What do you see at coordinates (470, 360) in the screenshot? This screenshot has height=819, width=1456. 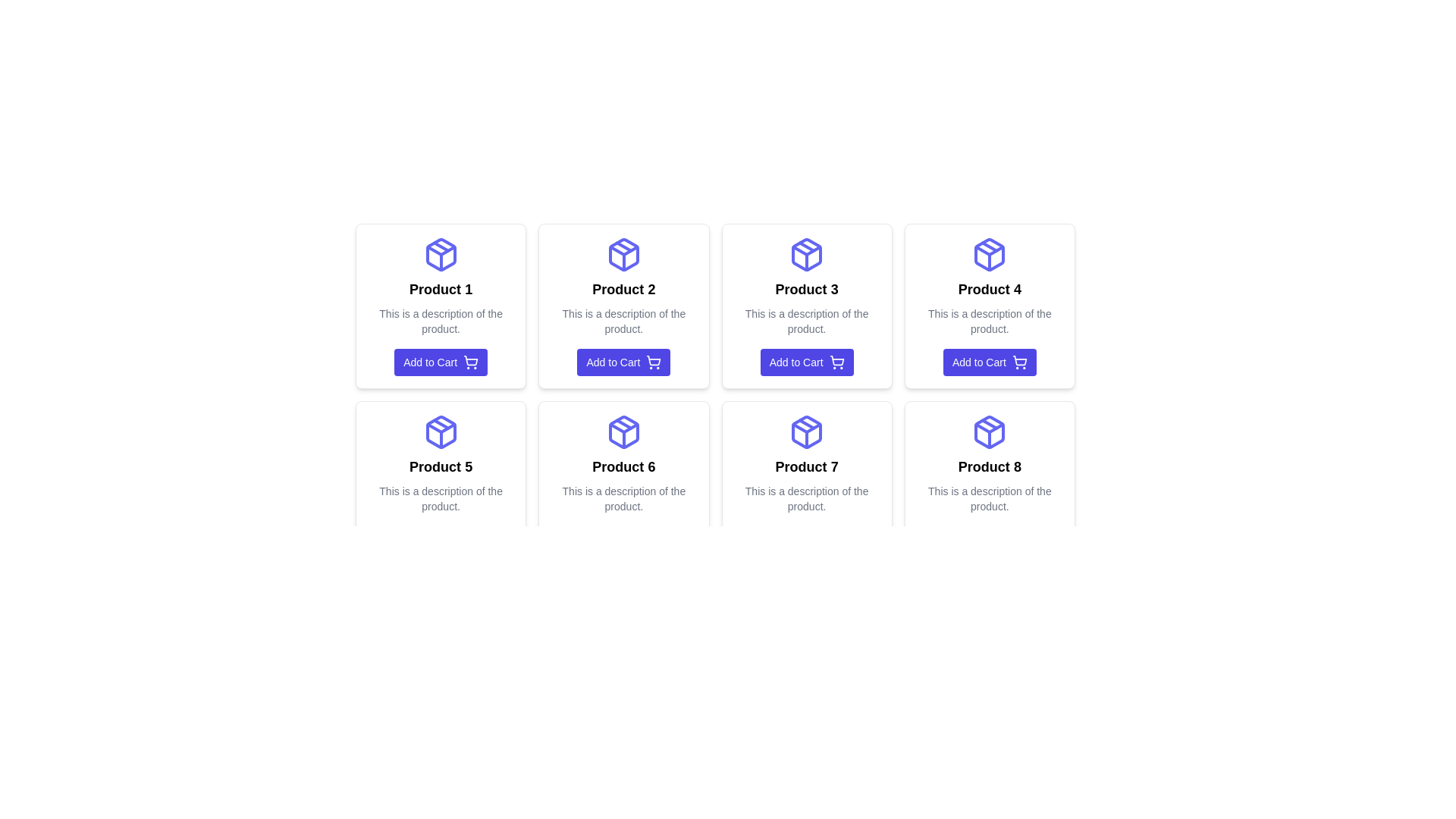 I see `the shopping cart SVG icon located inside the 'Add to Cart' button beneath 'Product 1'` at bounding box center [470, 360].